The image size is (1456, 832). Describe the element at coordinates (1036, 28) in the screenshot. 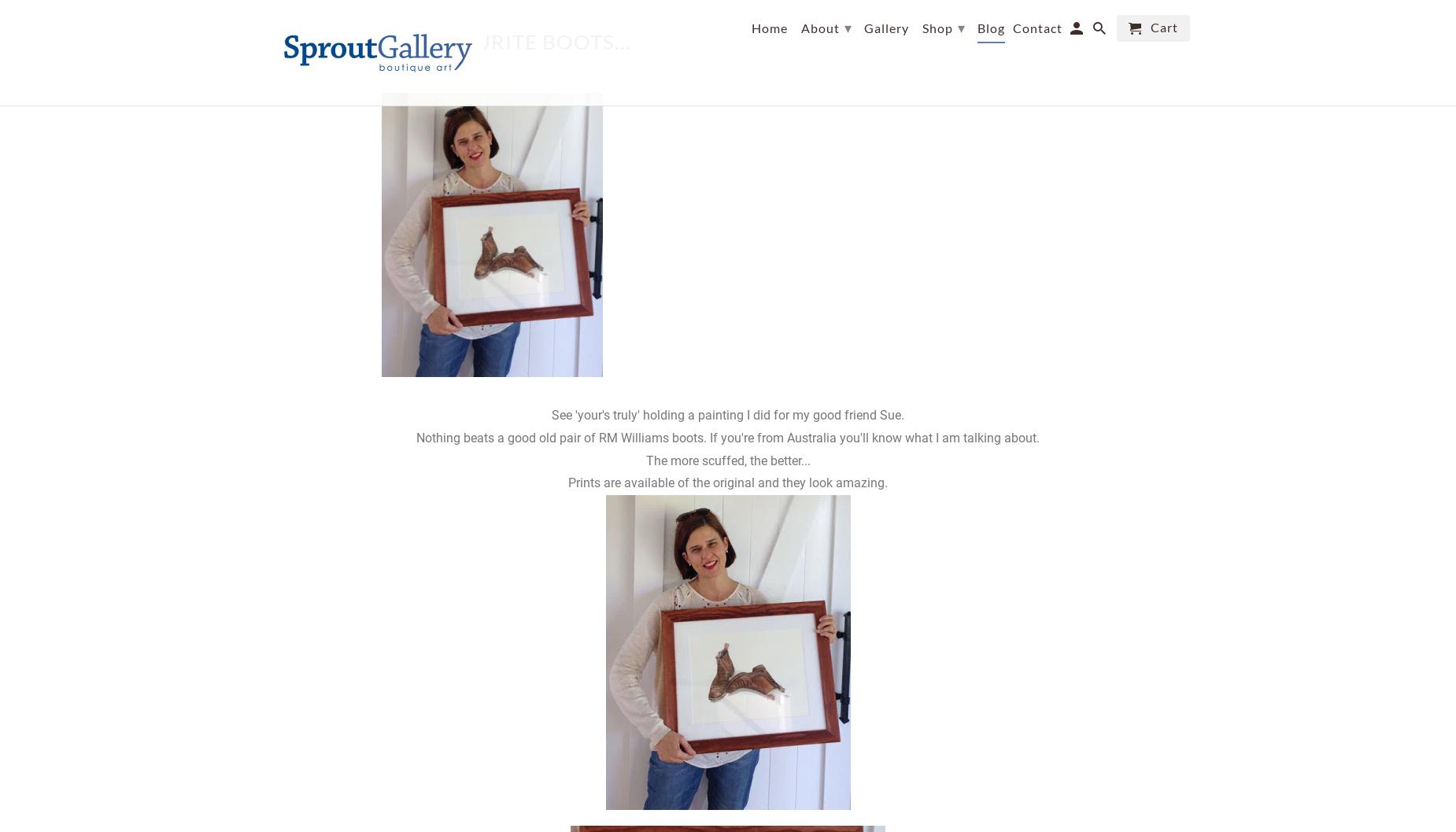

I see `'Contact'` at that location.